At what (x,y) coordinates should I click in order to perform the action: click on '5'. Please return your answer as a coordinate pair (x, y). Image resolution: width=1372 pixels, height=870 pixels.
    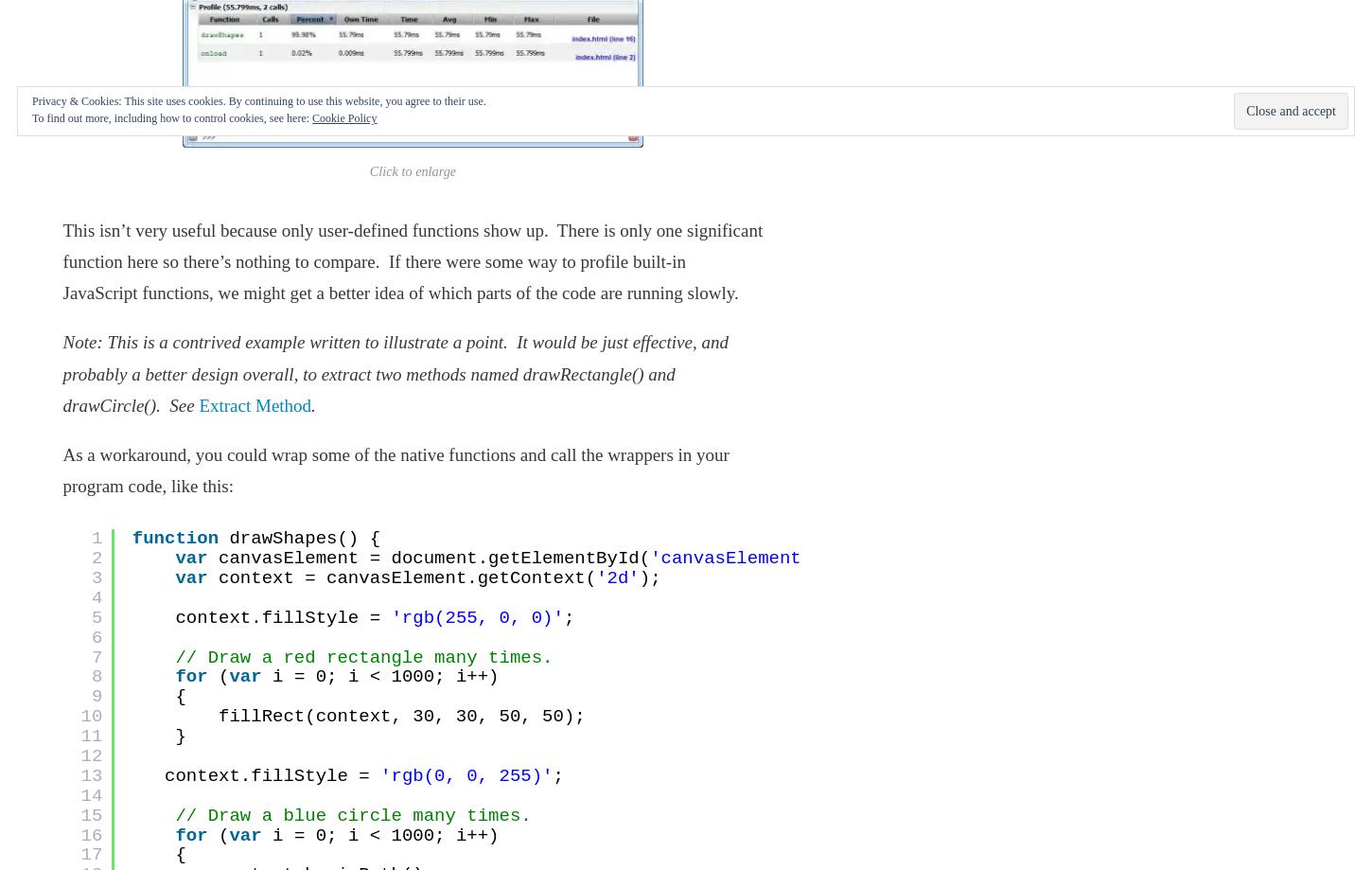
    Looking at the image, I should click on (96, 616).